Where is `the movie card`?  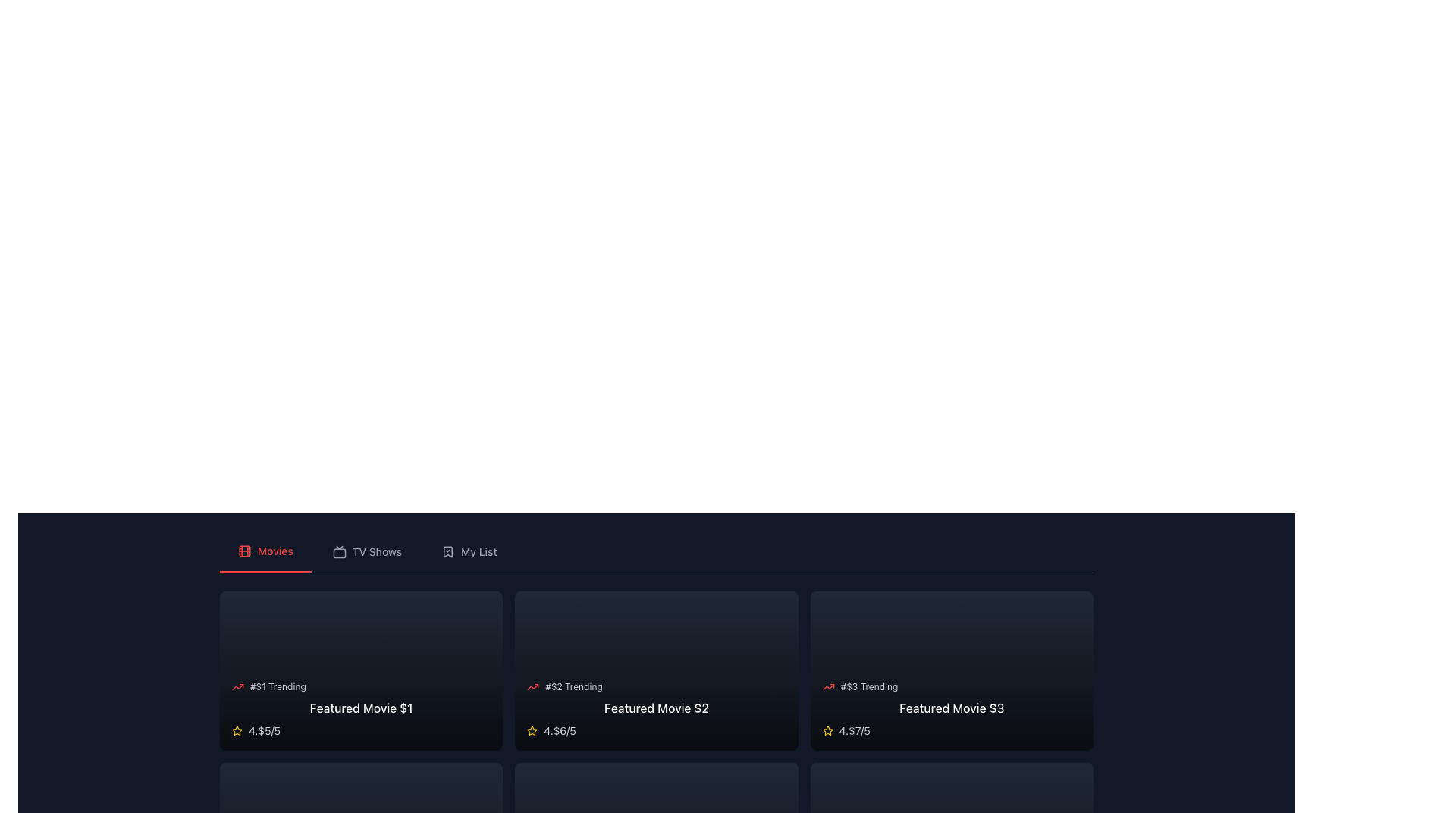
the movie card is located at coordinates (656, 670).